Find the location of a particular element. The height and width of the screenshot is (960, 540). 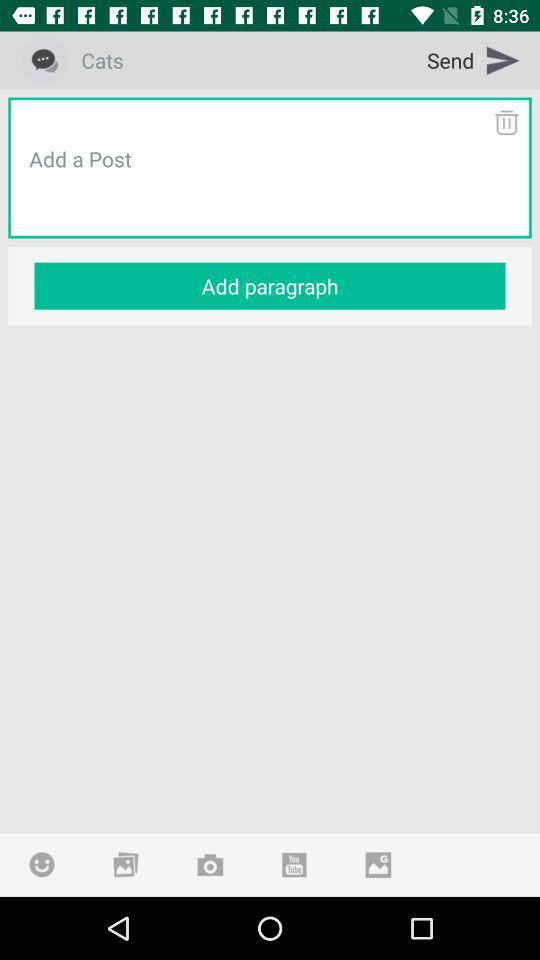

insert google image is located at coordinates (378, 863).